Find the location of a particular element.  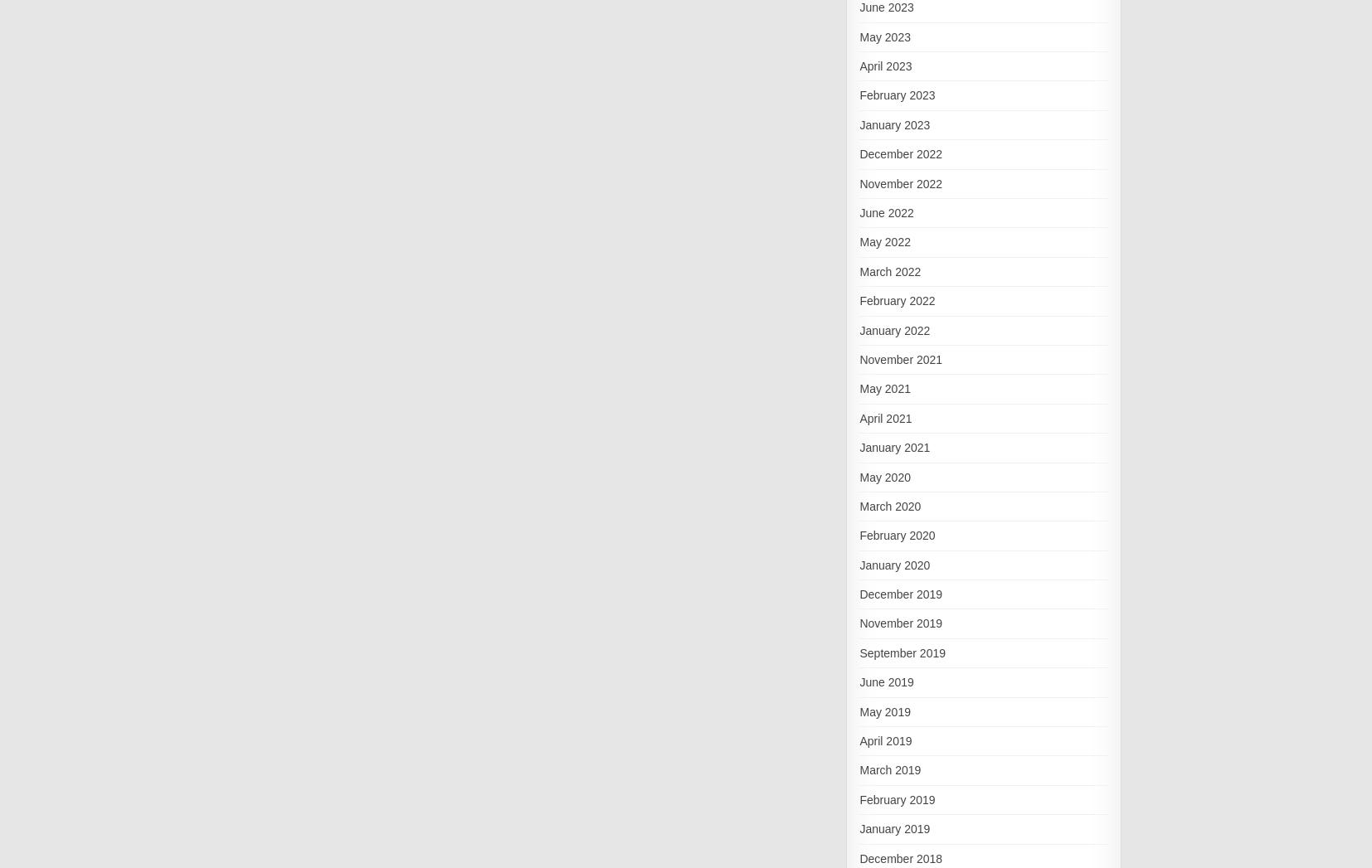

'March 2020' is located at coordinates (859, 504).